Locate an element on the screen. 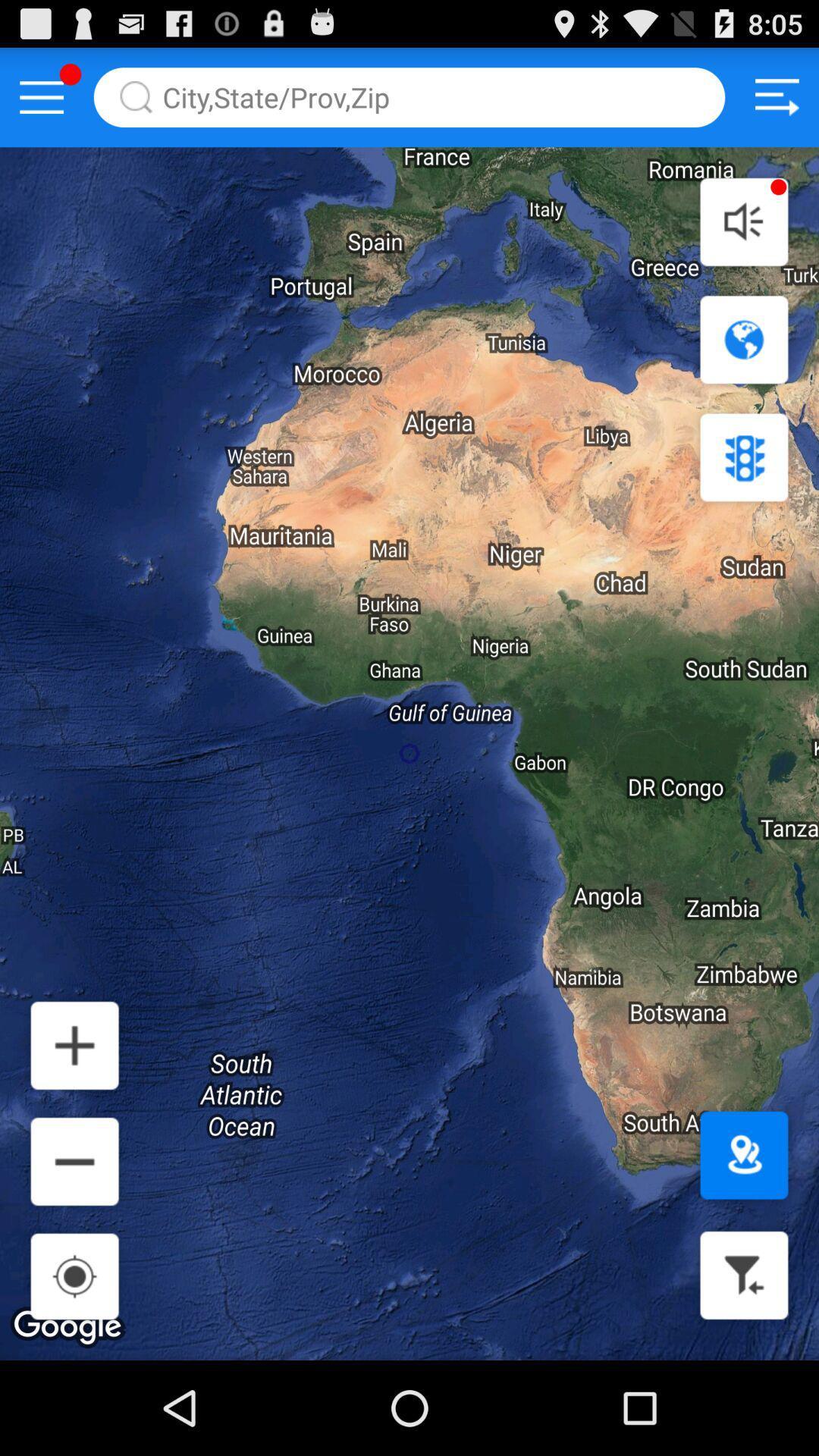 The width and height of the screenshot is (819, 1456). filter button is located at coordinates (743, 1274).